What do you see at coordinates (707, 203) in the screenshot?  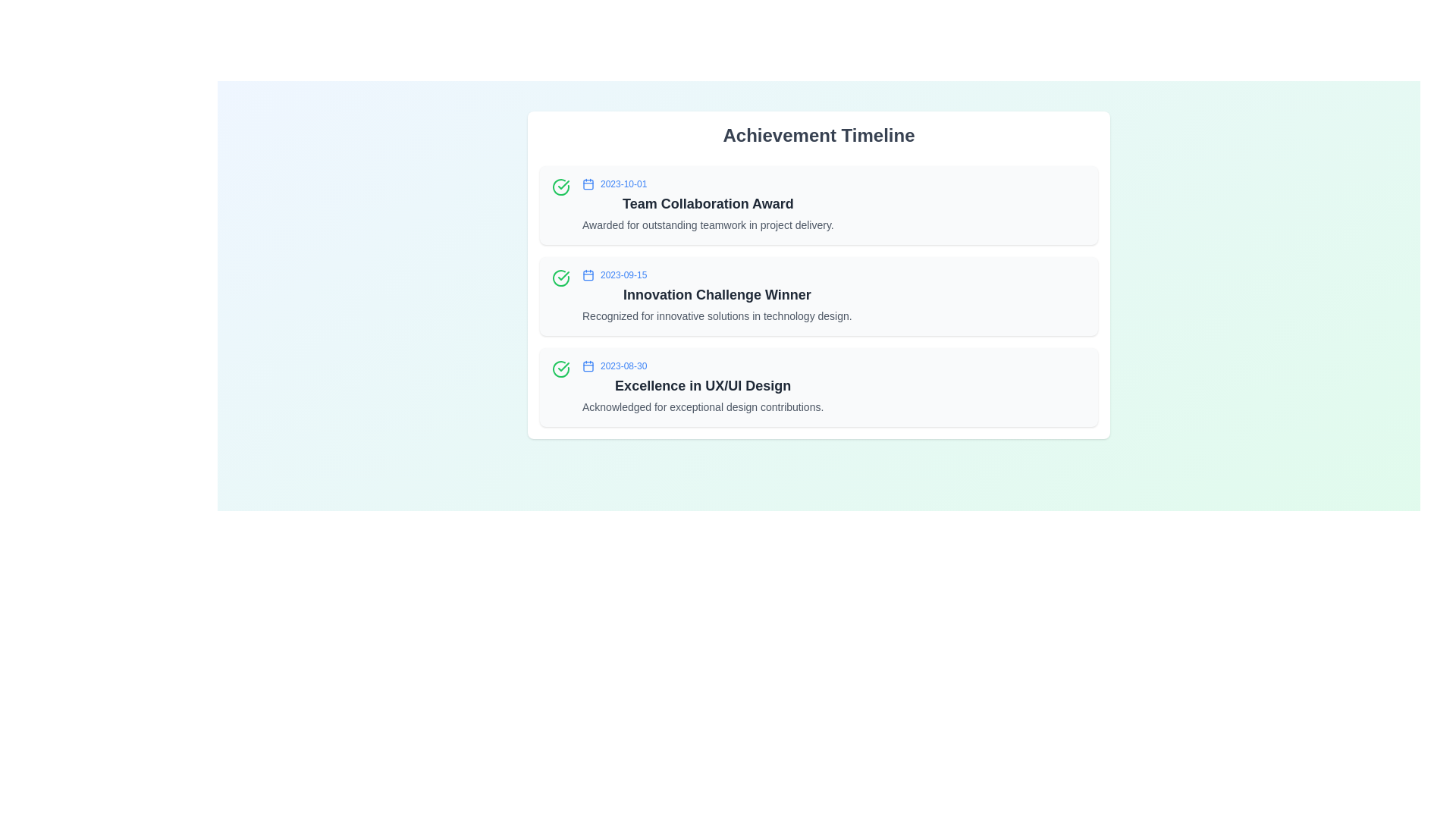 I see `text label or heading that serves as the title for the award description, prominently positioned under the date and icon combination` at bounding box center [707, 203].